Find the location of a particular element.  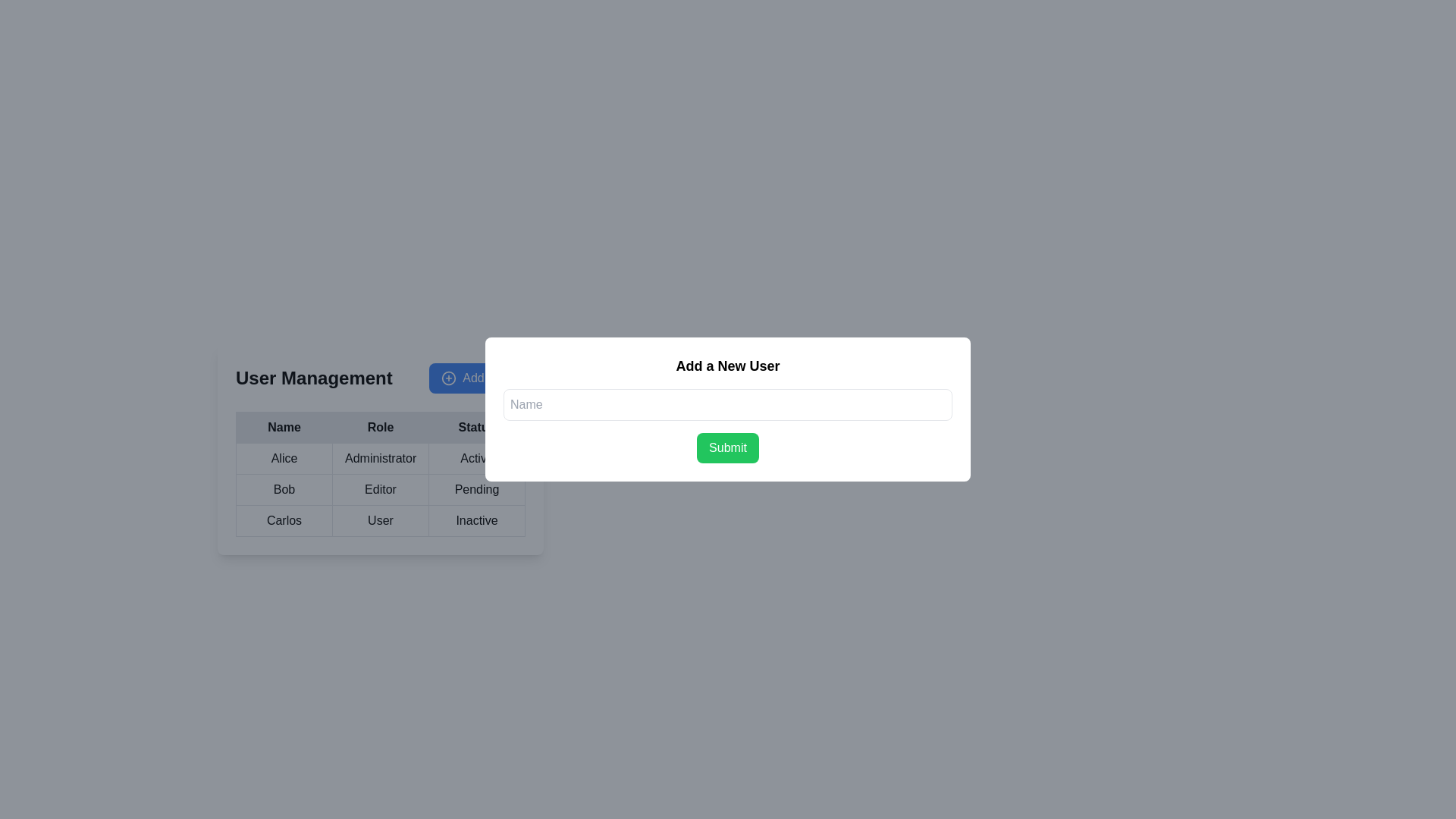

data from the table displaying user information, specifically the first row with 'Alice', 'Administrator', and 'Active' is located at coordinates (381, 472).